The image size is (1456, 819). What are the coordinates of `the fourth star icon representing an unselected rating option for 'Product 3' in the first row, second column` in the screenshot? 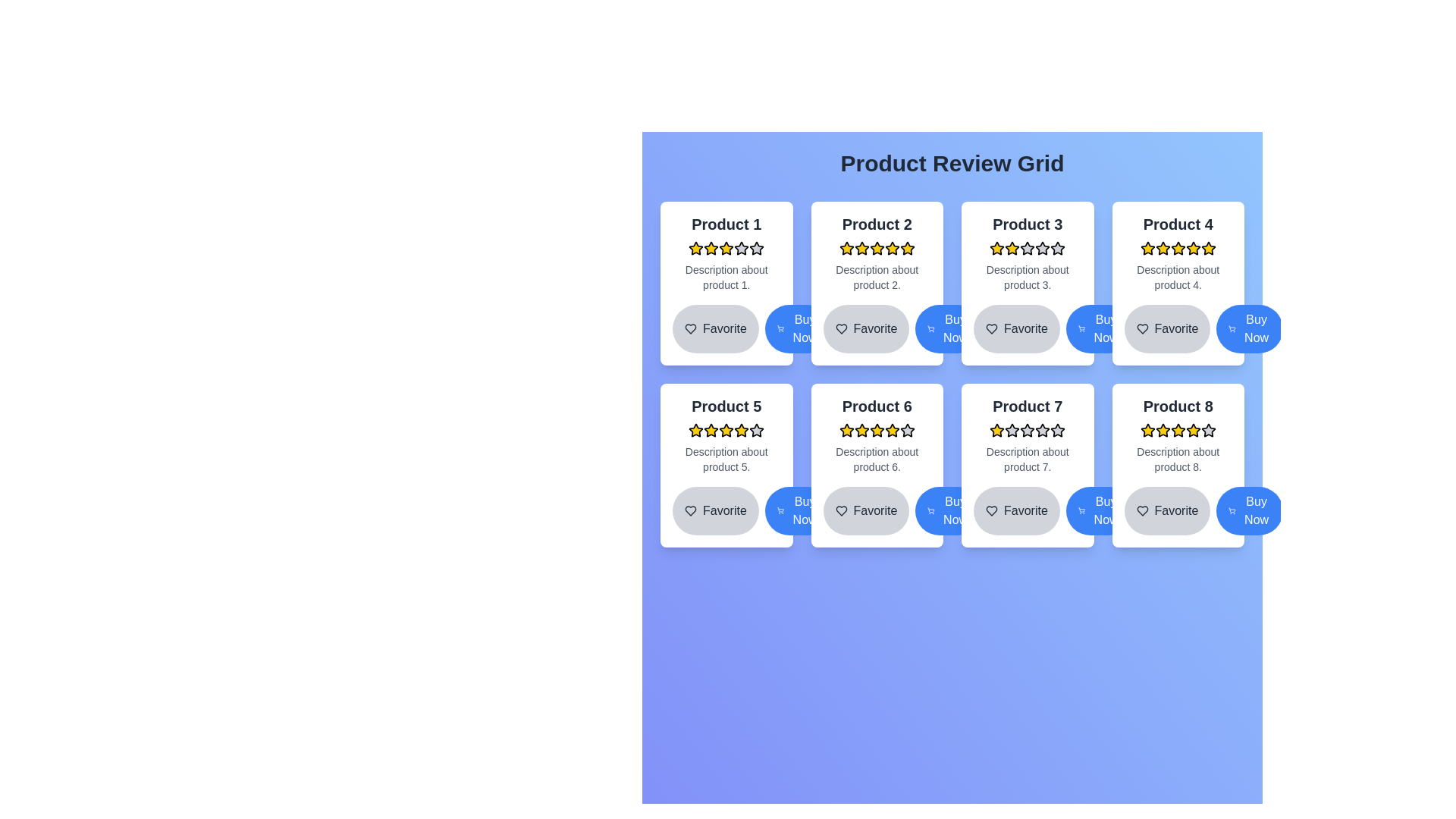 It's located at (1028, 247).